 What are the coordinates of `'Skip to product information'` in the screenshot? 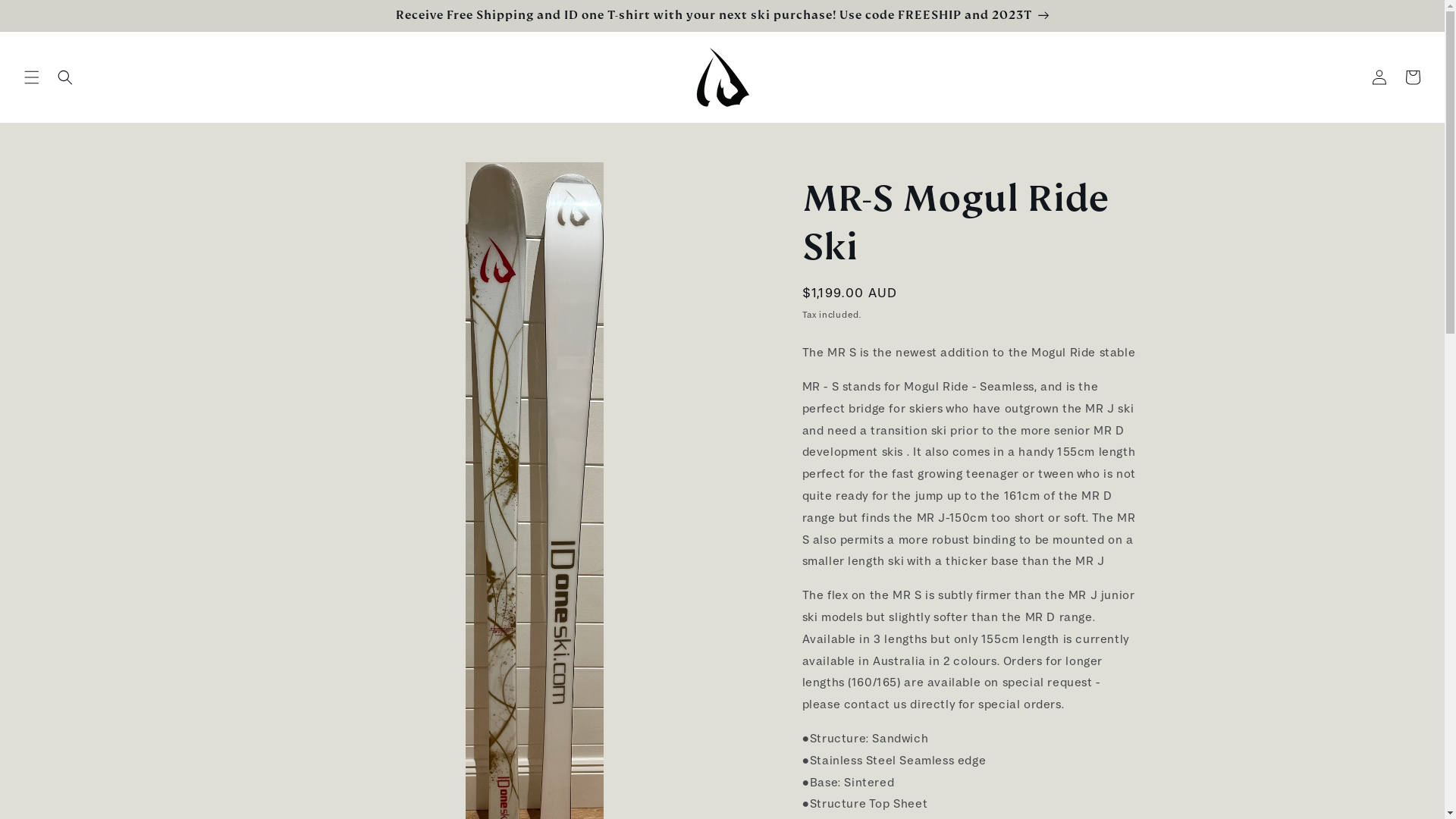 It's located at (350, 178).